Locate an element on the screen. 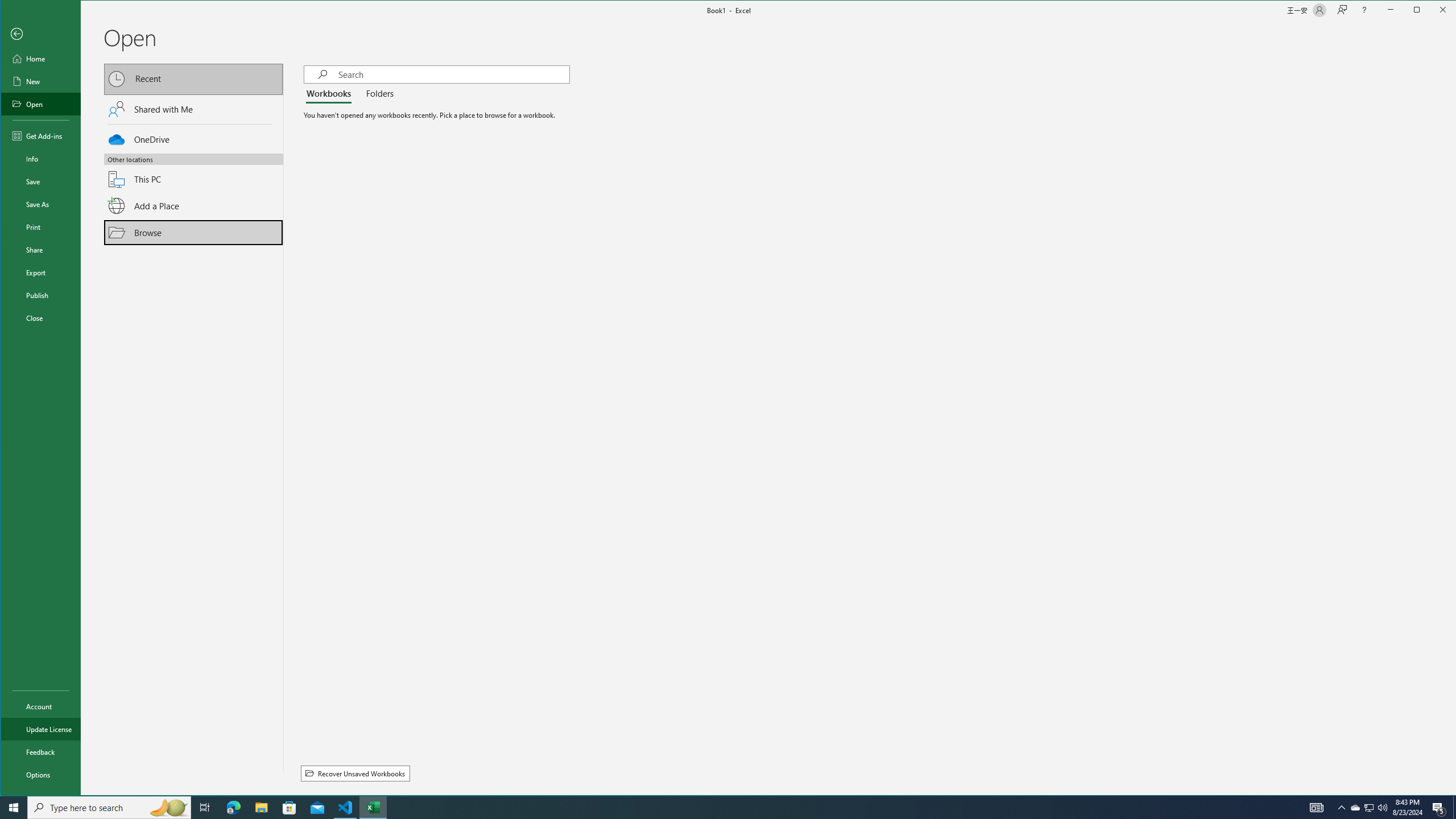 The width and height of the screenshot is (1456, 819). 'Save As' is located at coordinates (40, 203).